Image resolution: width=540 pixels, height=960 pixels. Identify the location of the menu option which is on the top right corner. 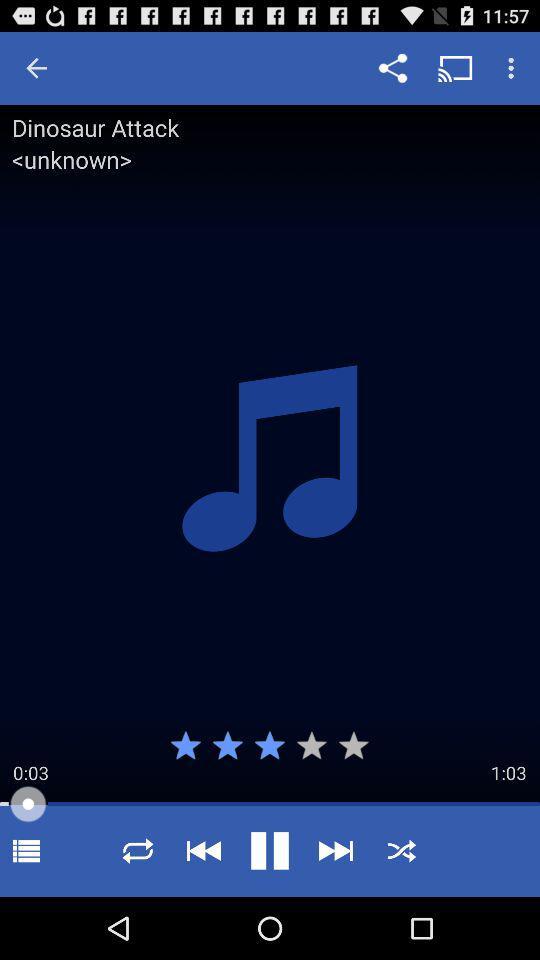
(514, 68).